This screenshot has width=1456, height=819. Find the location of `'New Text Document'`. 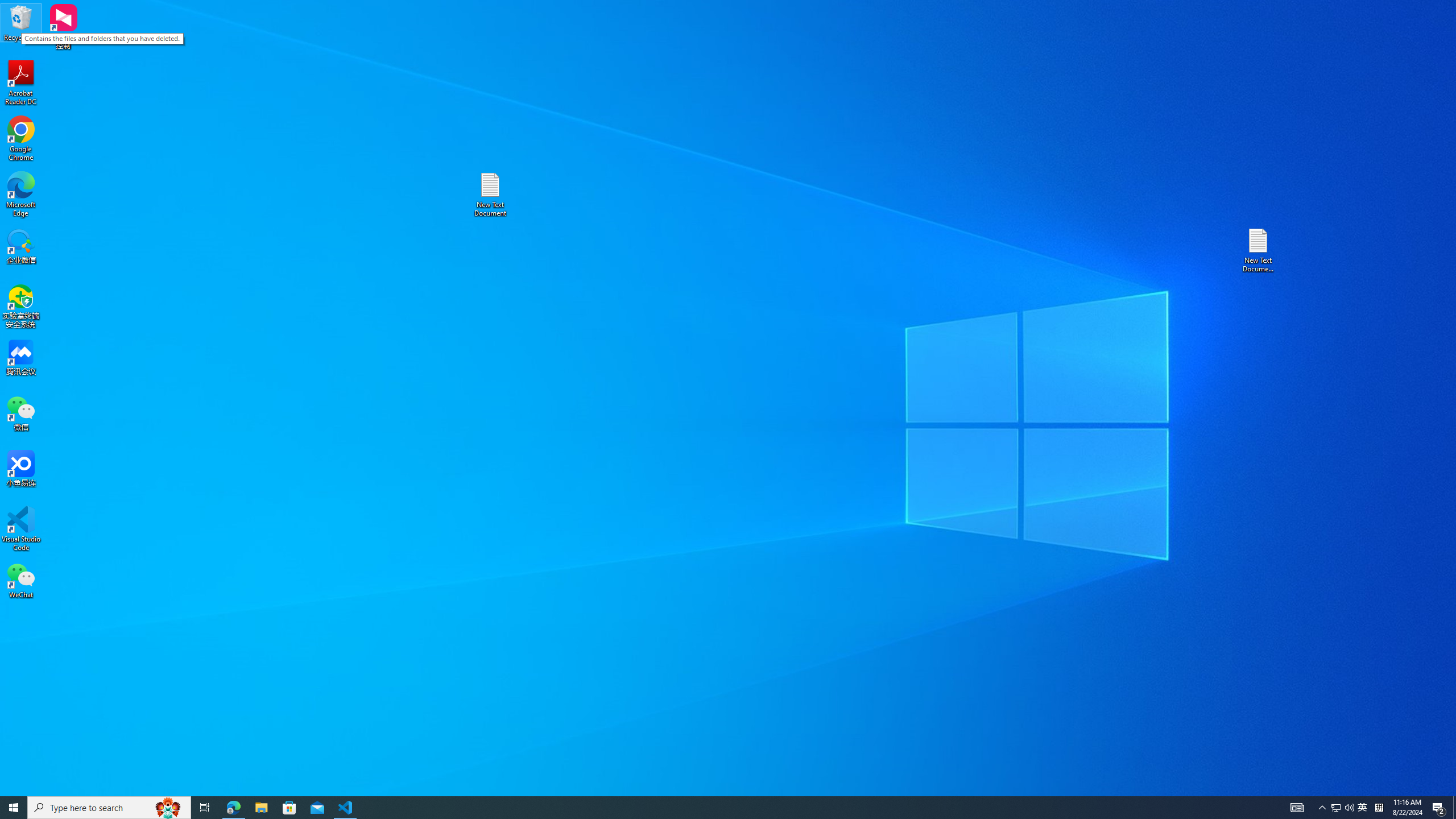

'New Text Document' is located at coordinates (489, 194).